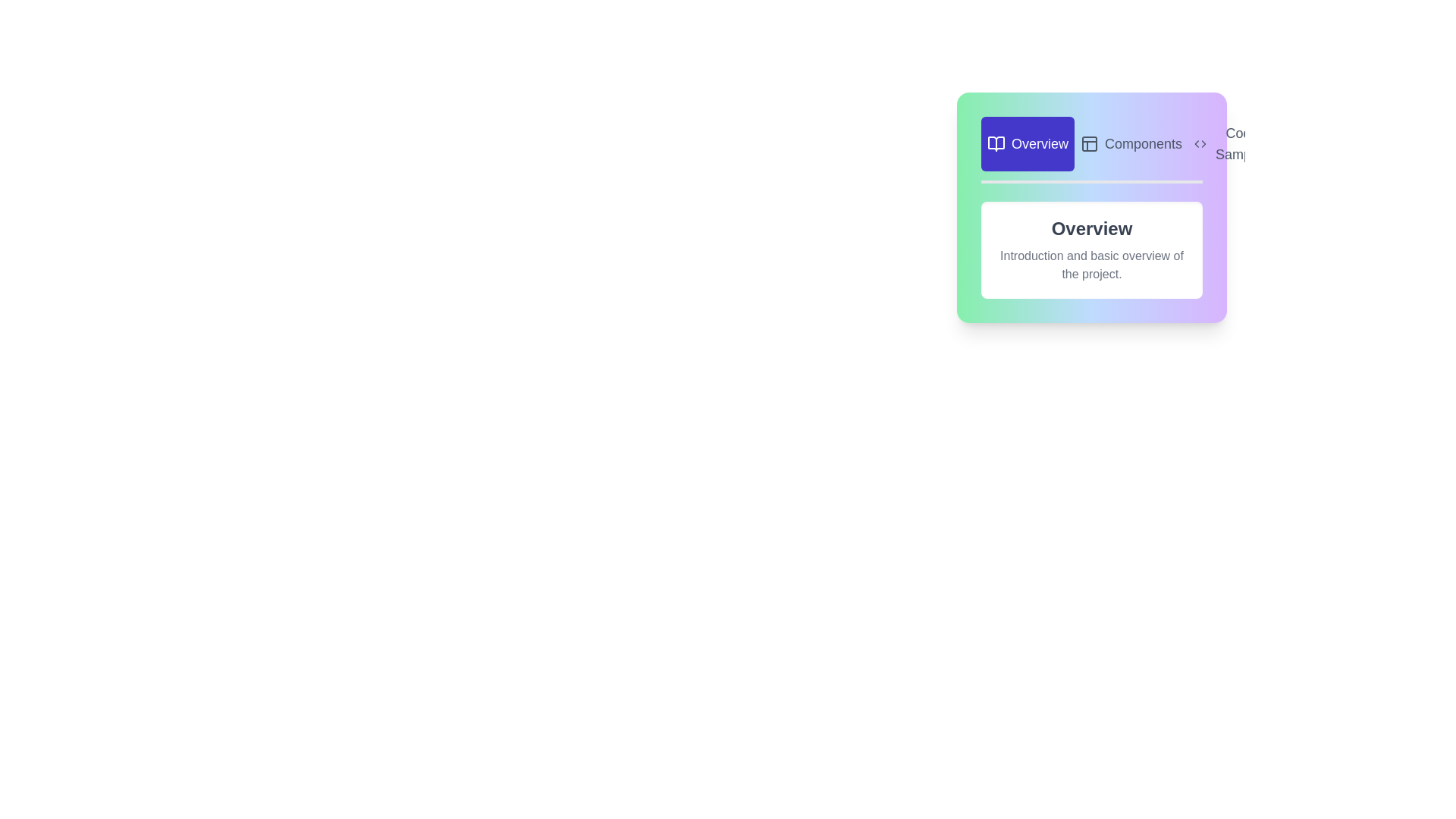  I want to click on the tab labeled Components to observe its styling change, so click(1131, 143).